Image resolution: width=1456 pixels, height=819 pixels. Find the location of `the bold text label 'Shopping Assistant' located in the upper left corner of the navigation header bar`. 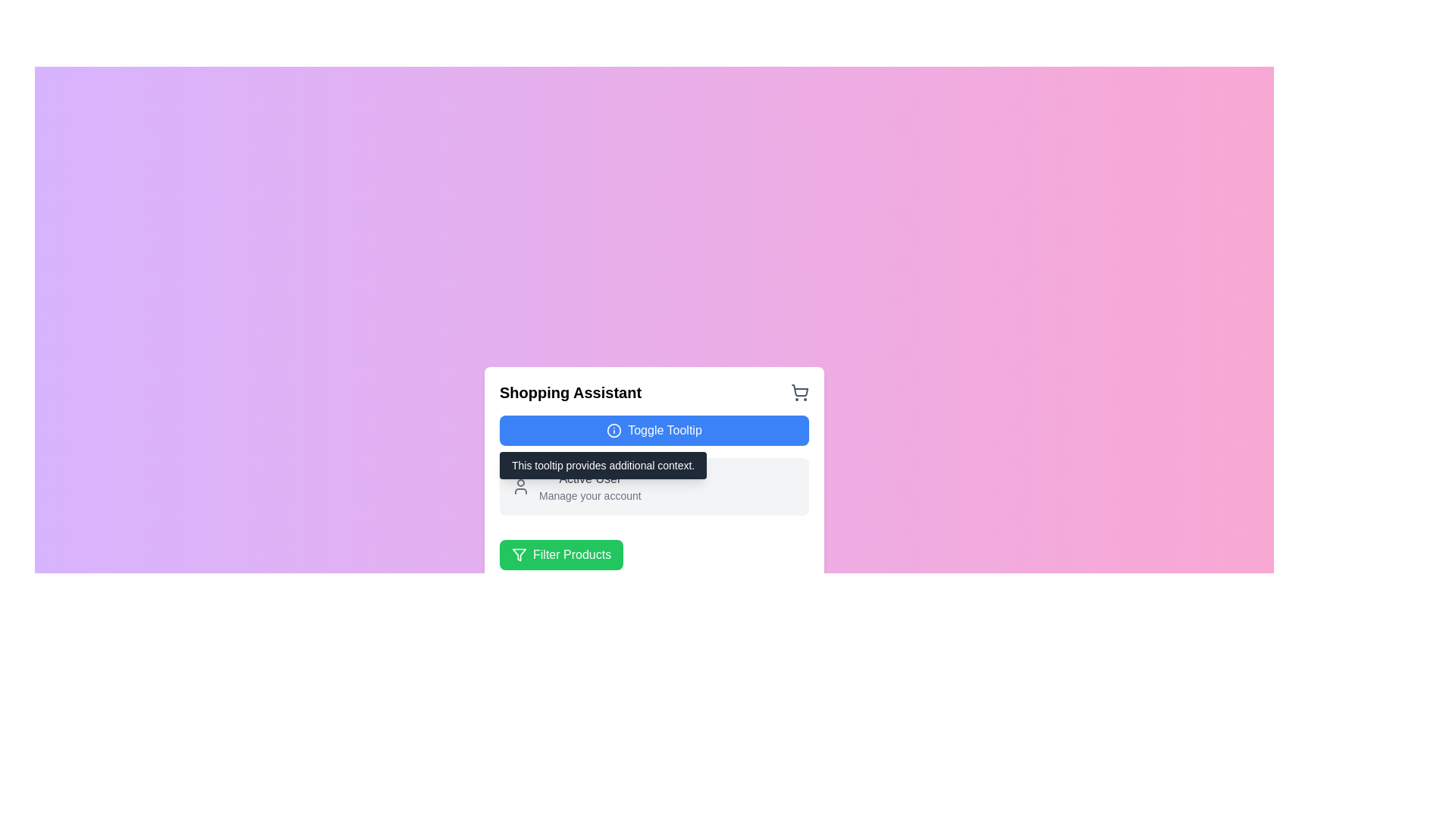

the bold text label 'Shopping Assistant' located in the upper left corner of the navigation header bar is located at coordinates (570, 391).